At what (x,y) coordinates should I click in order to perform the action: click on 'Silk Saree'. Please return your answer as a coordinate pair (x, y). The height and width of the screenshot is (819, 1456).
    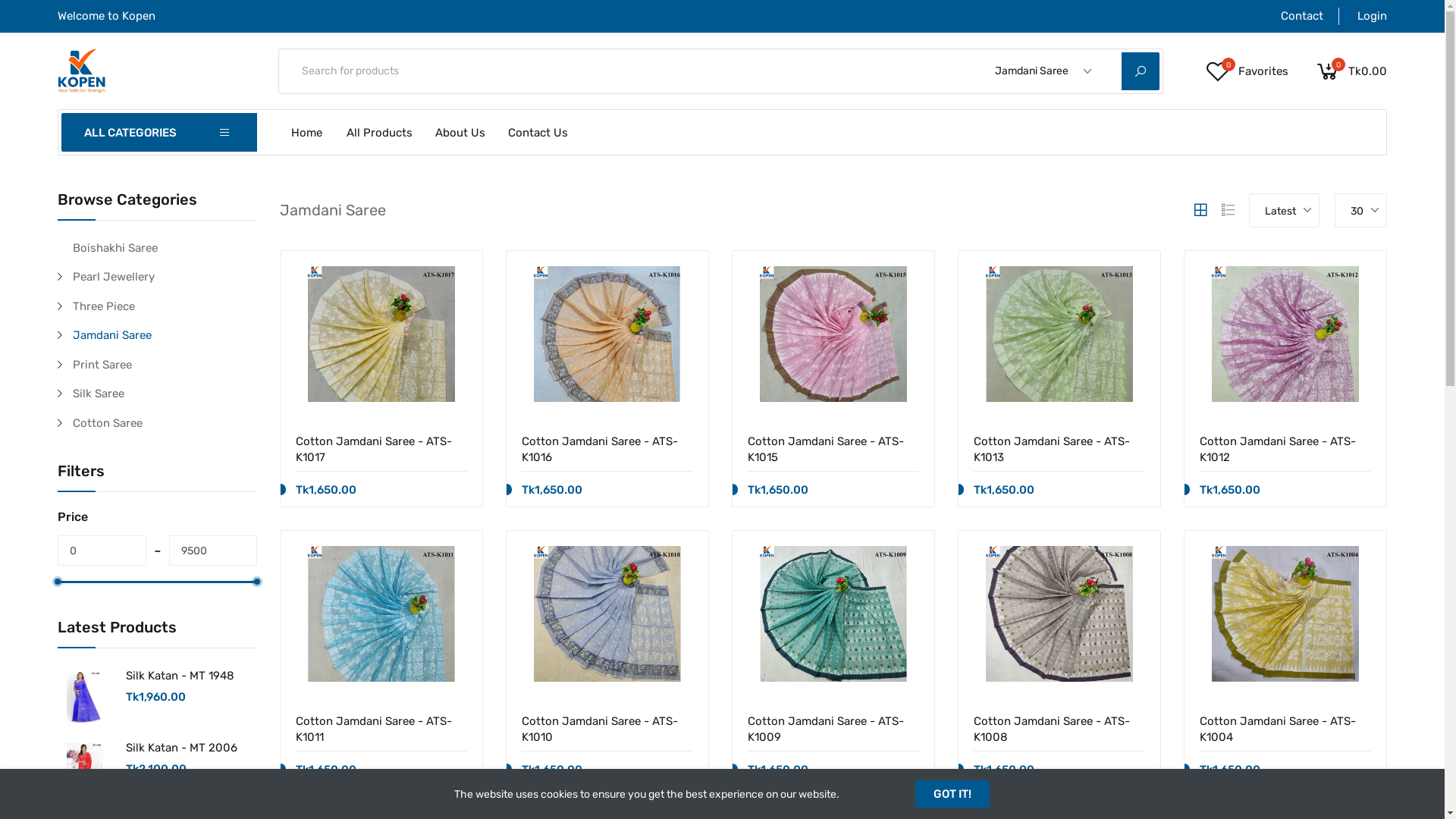
    Looking at the image, I should click on (165, 393).